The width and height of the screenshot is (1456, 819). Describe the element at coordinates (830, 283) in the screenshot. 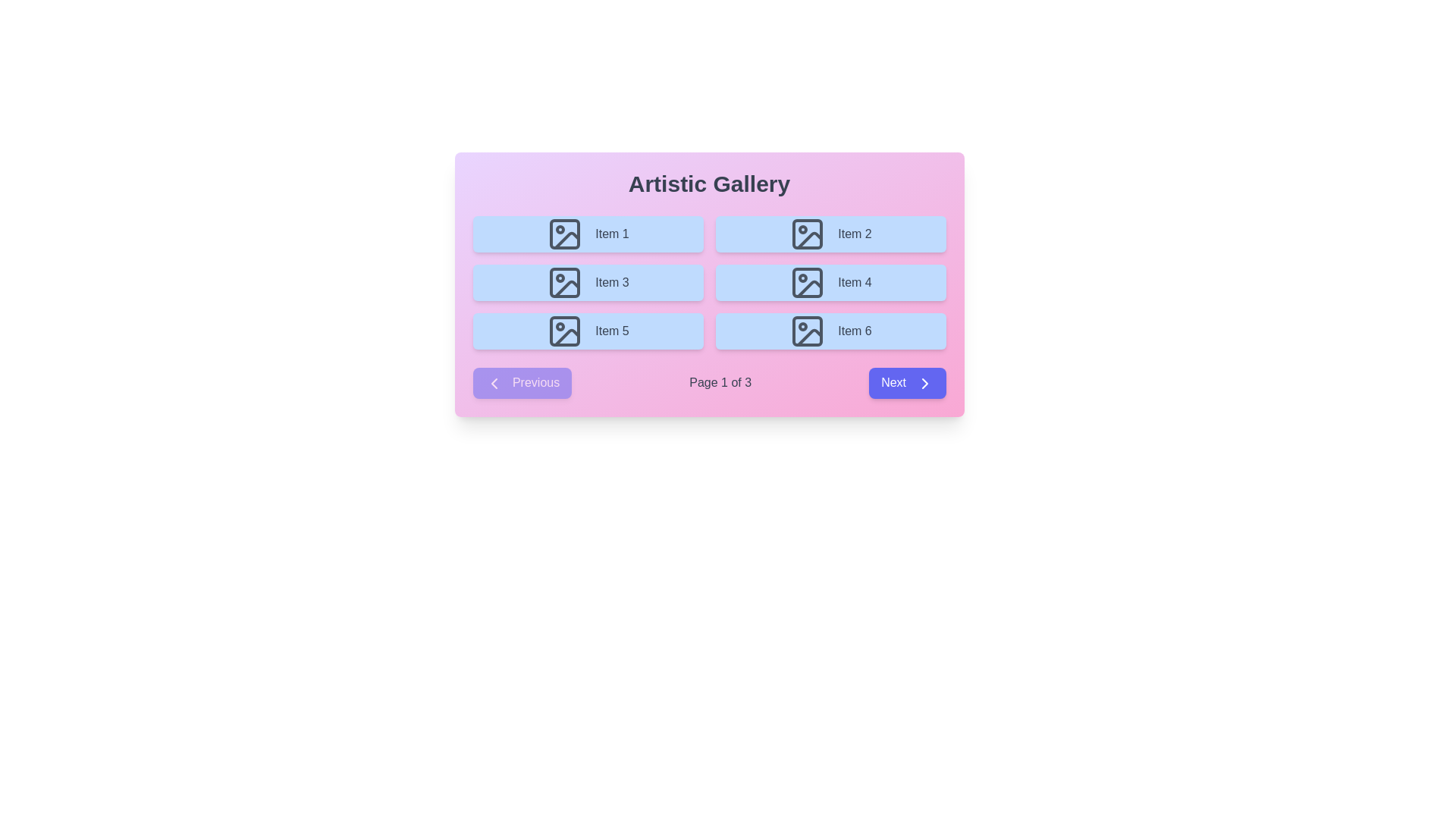

I see `the Card component representing 'Item 4', located in the second row and second column of the grid layout` at that location.